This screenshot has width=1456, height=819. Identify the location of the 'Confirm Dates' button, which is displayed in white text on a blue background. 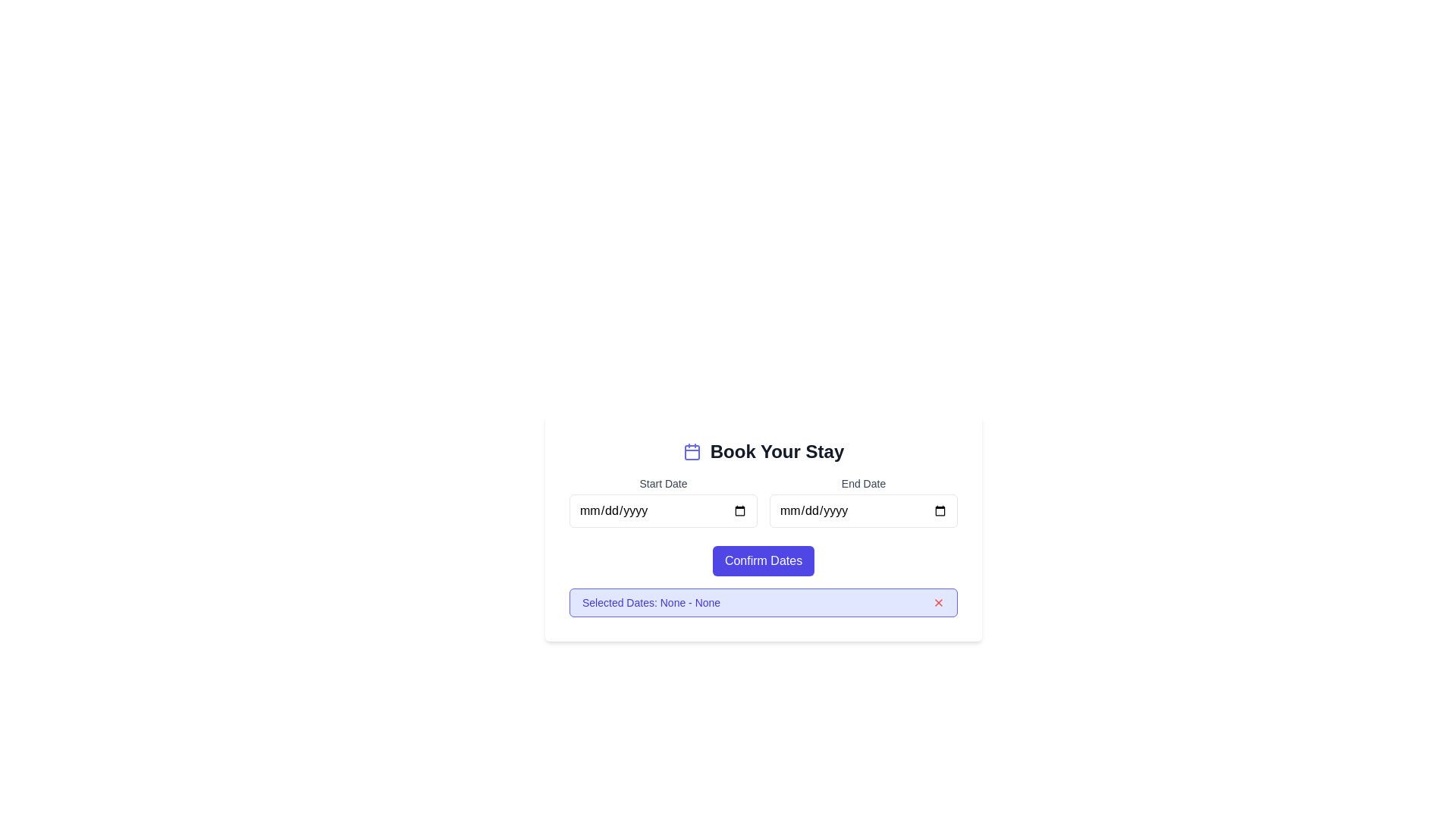
(764, 561).